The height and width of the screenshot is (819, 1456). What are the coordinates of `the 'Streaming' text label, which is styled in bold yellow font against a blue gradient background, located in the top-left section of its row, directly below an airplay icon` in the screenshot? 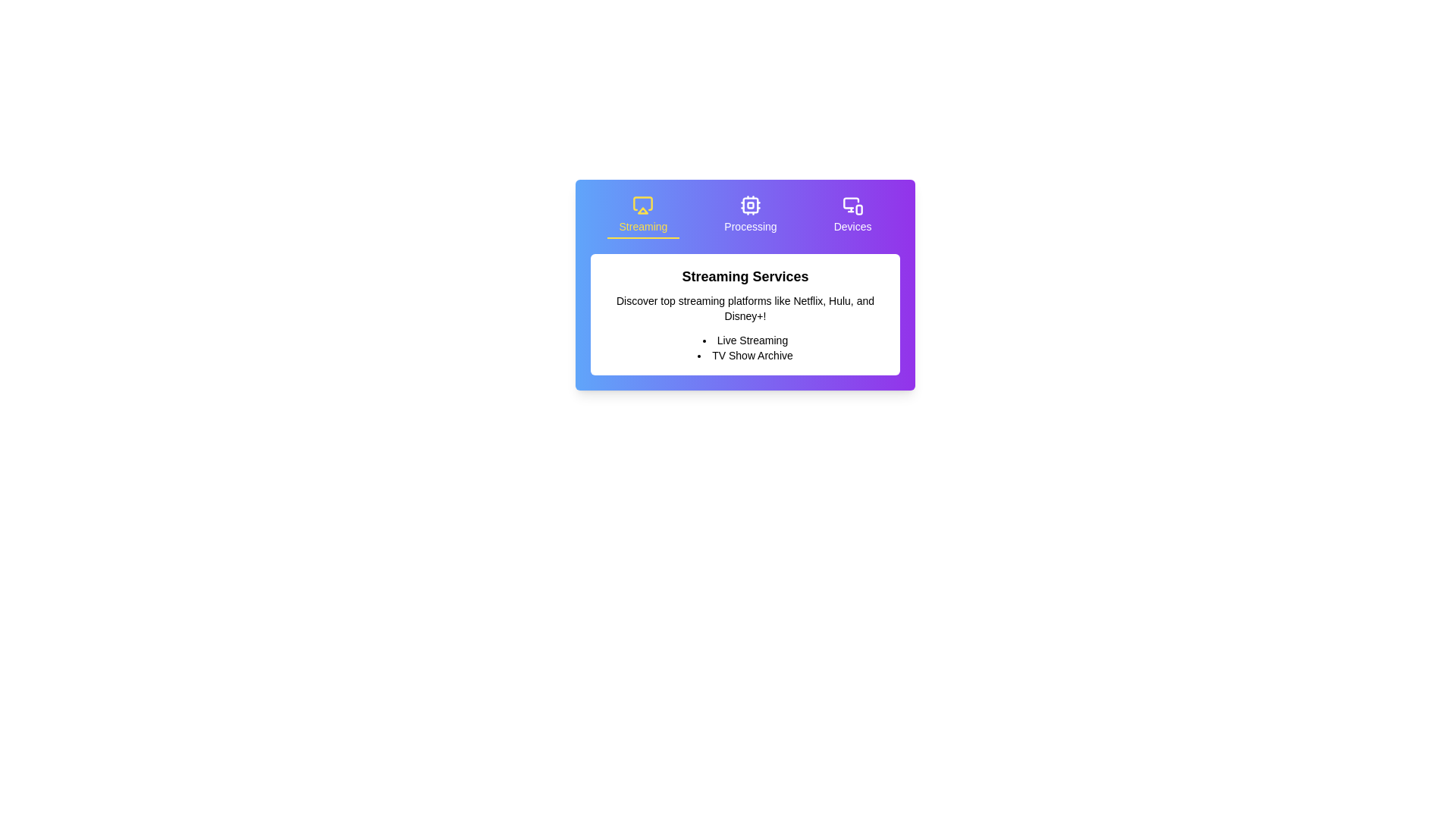 It's located at (643, 227).